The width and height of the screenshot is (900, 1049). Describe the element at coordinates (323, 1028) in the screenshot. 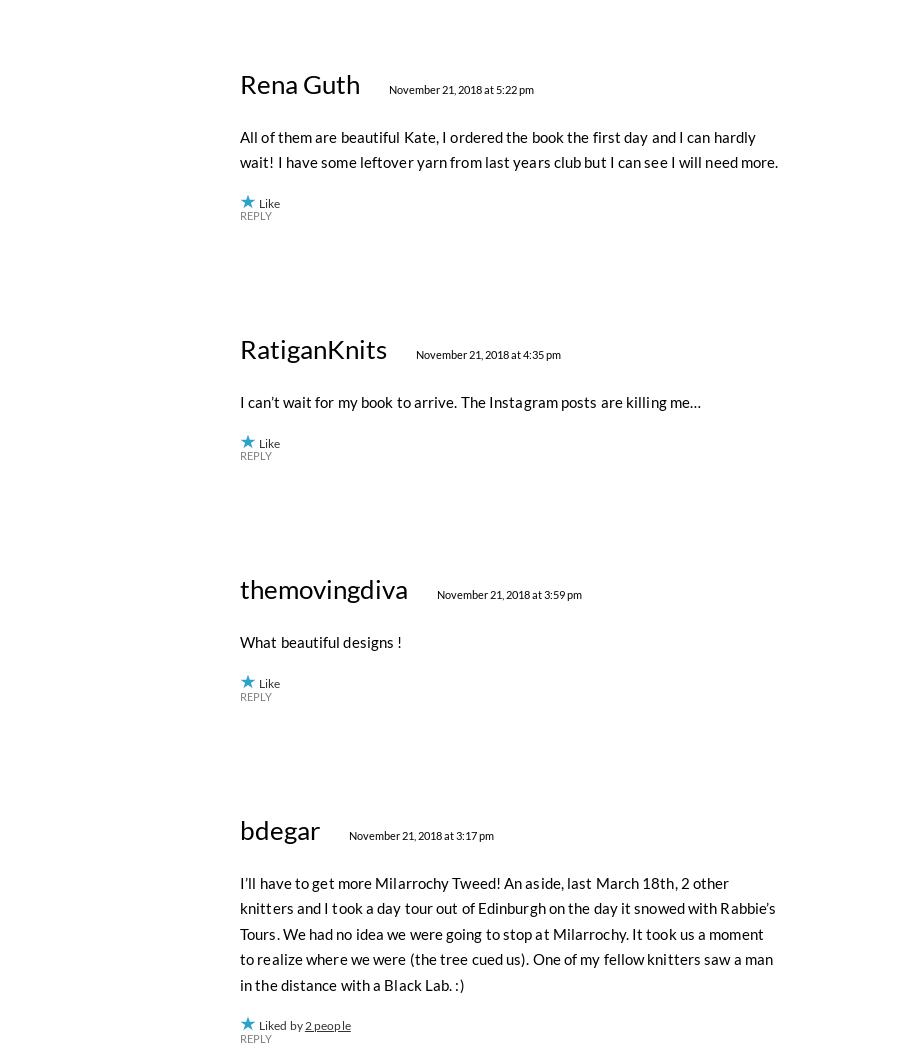

I see `'themovingdiva'` at that location.